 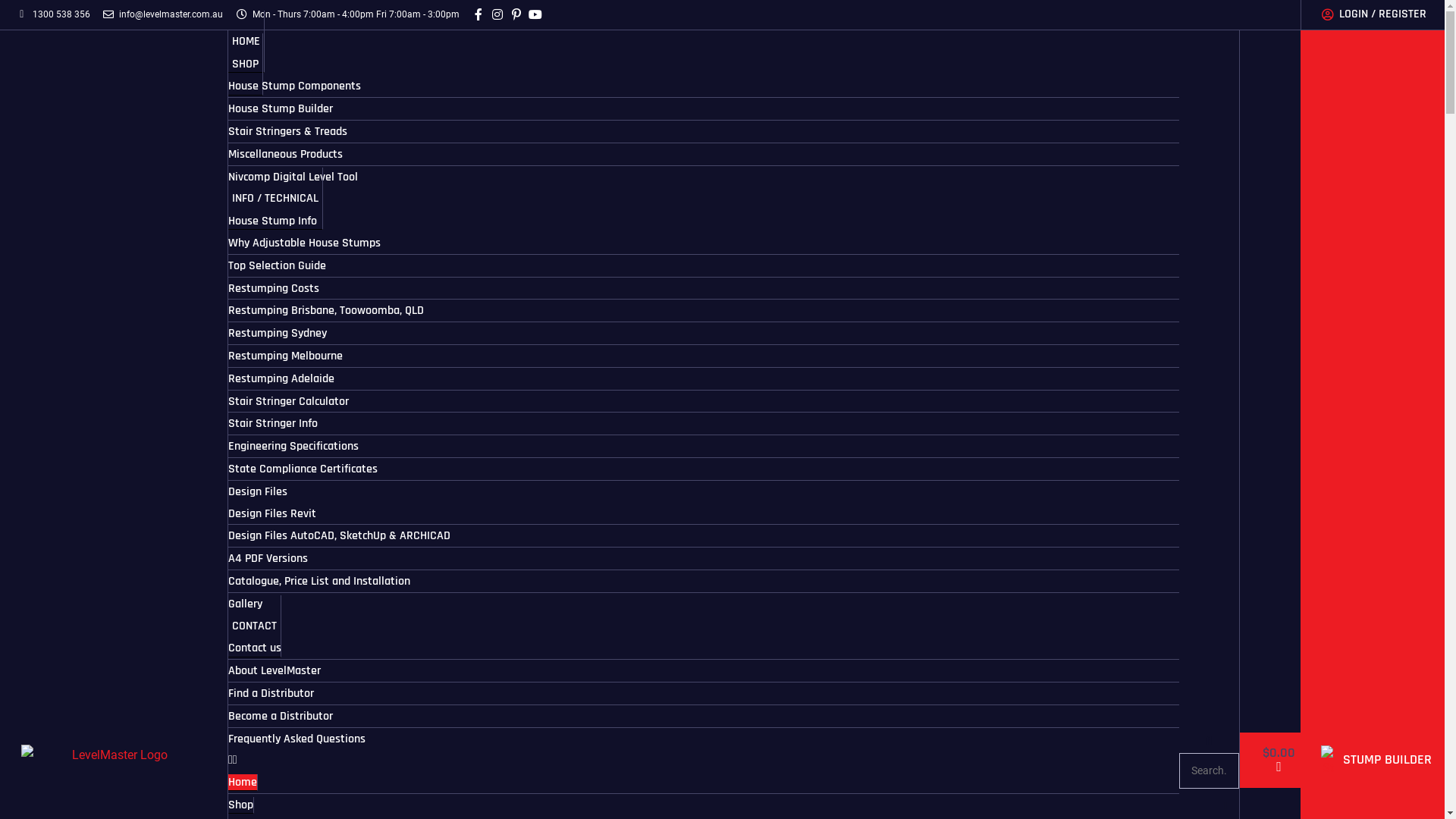 I want to click on 'INFO / TECHNICAL', so click(x=227, y=198).